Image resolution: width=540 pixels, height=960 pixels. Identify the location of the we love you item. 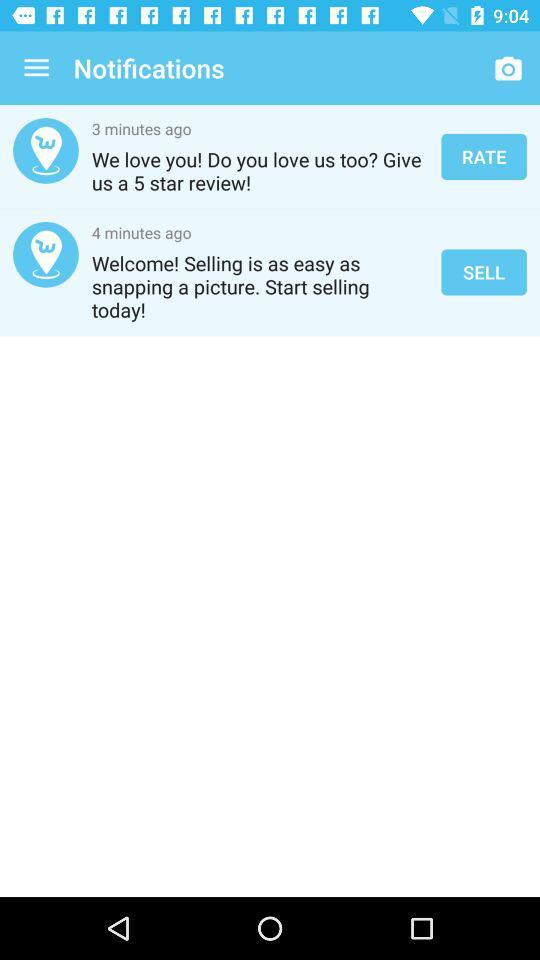
(260, 170).